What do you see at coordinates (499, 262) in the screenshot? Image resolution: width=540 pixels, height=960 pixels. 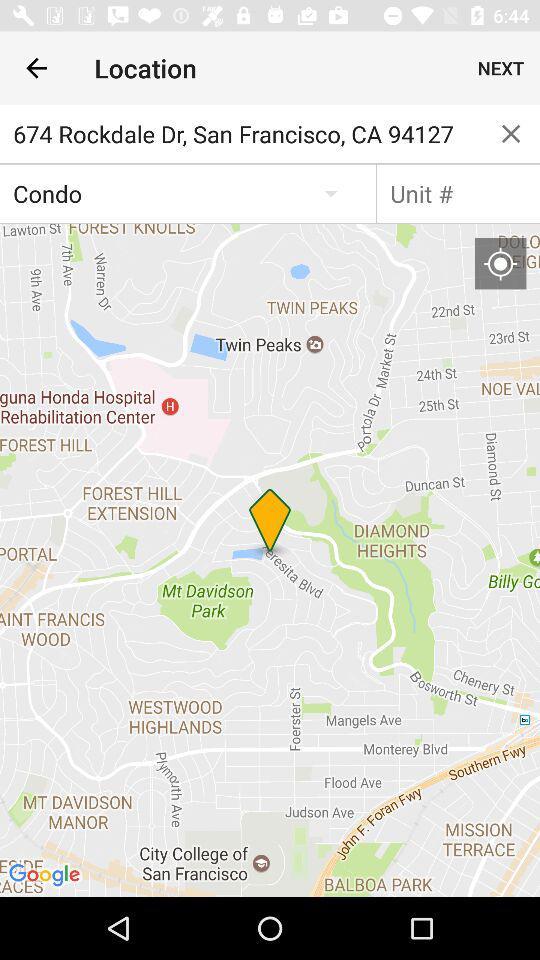 I see `localize home` at bounding box center [499, 262].